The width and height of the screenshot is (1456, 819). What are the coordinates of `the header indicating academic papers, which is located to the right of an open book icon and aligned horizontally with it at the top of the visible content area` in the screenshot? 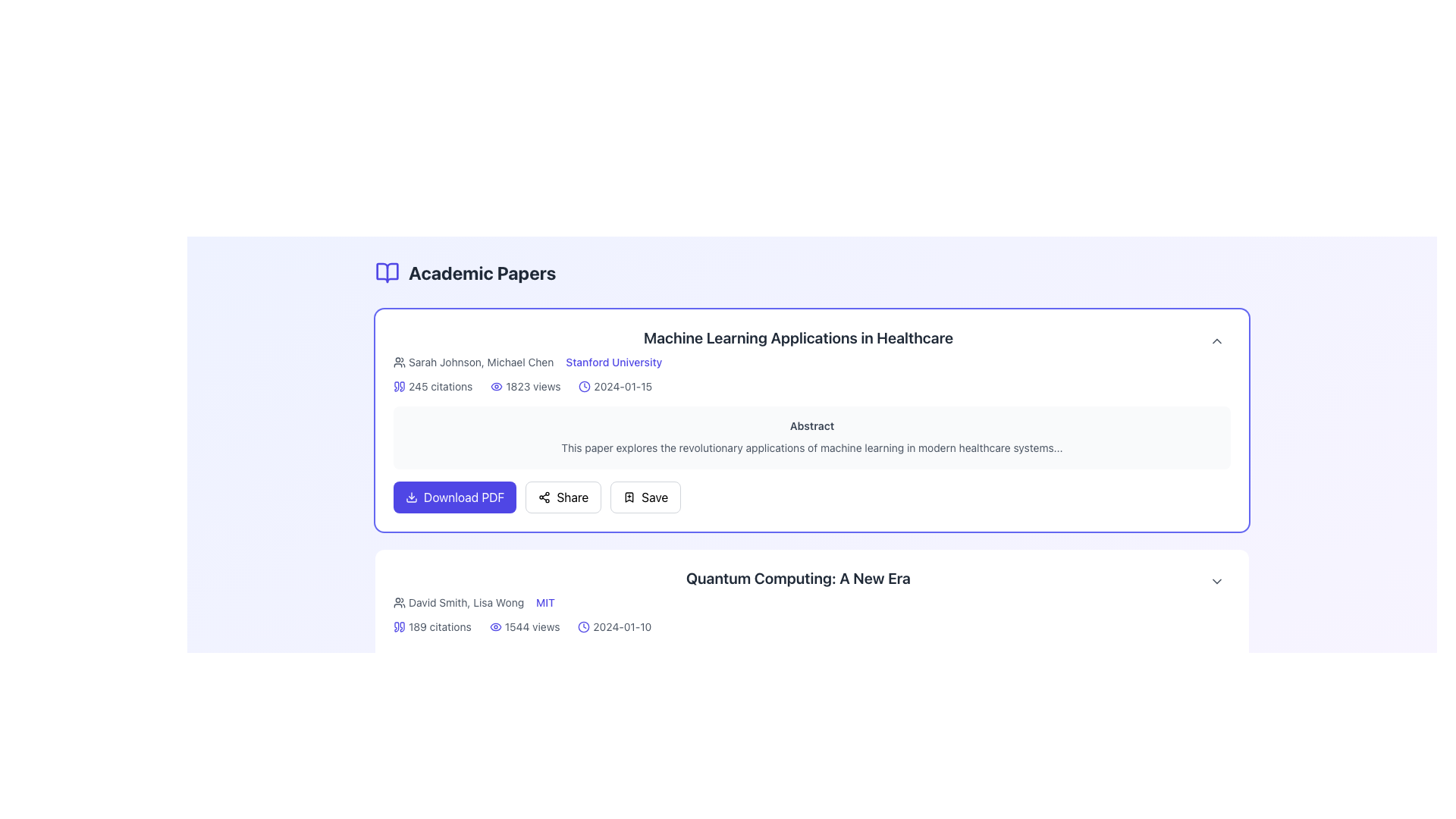 It's located at (482, 271).